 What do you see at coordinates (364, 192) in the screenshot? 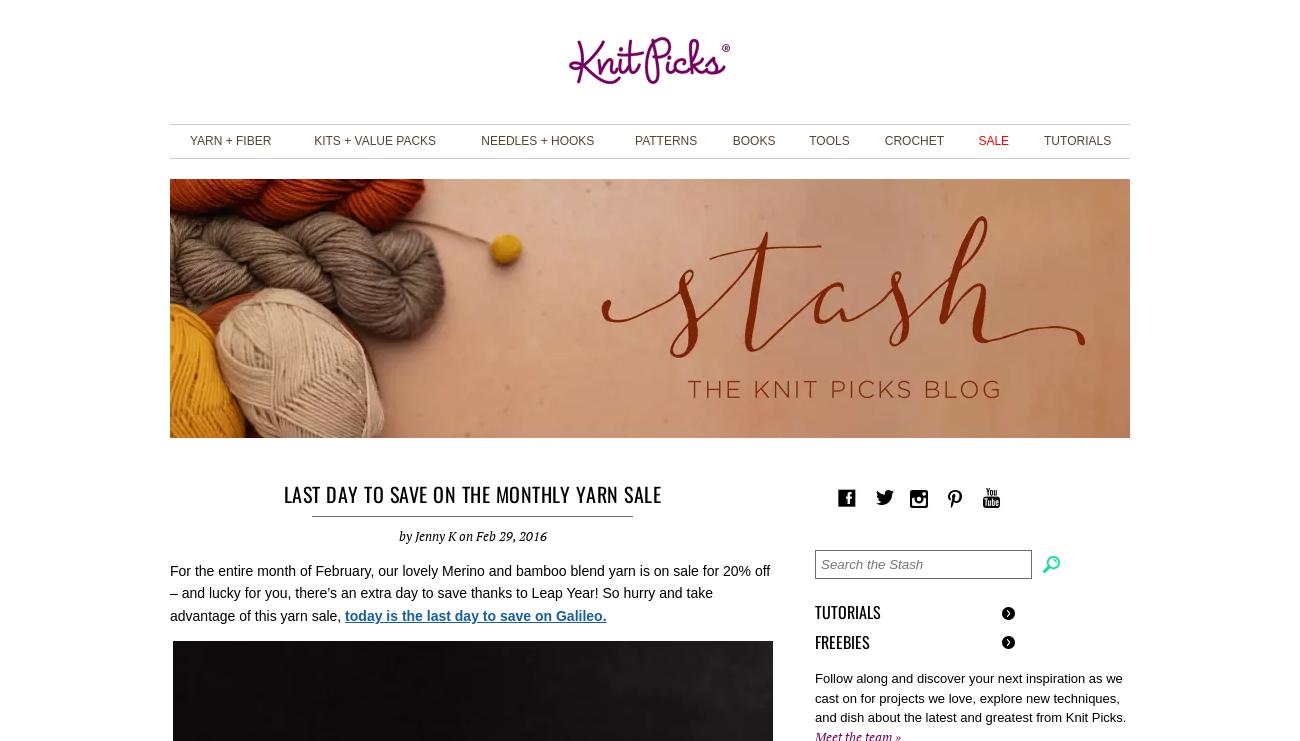
I see `'View All Project Kits'` at bounding box center [364, 192].